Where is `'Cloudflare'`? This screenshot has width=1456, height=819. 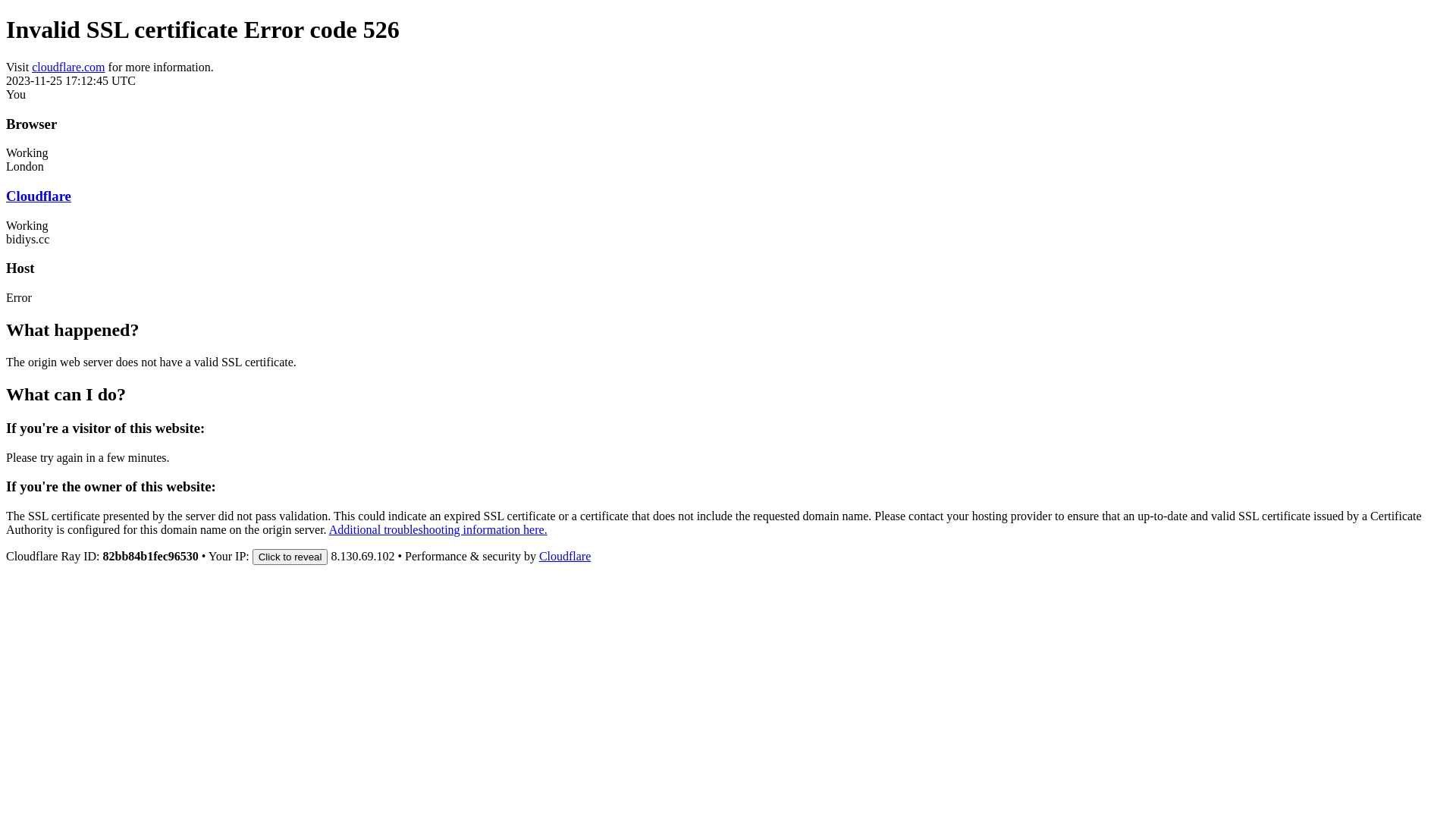 'Cloudflare' is located at coordinates (39, 195).